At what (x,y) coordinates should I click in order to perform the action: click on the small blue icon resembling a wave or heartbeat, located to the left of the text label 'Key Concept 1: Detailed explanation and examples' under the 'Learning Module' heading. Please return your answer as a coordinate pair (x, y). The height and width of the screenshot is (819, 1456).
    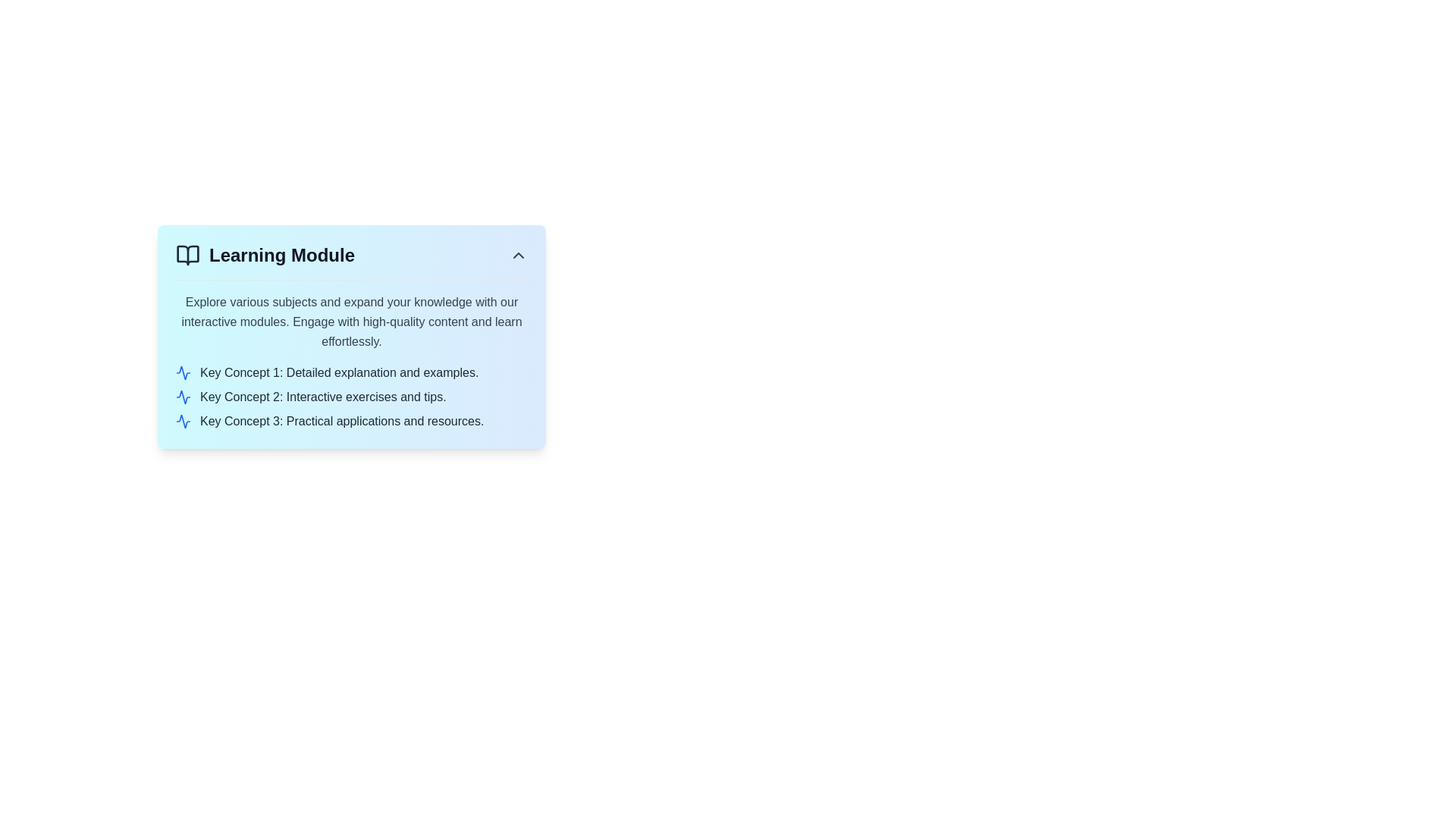
    Looking at the image, I should click on (182, 373).